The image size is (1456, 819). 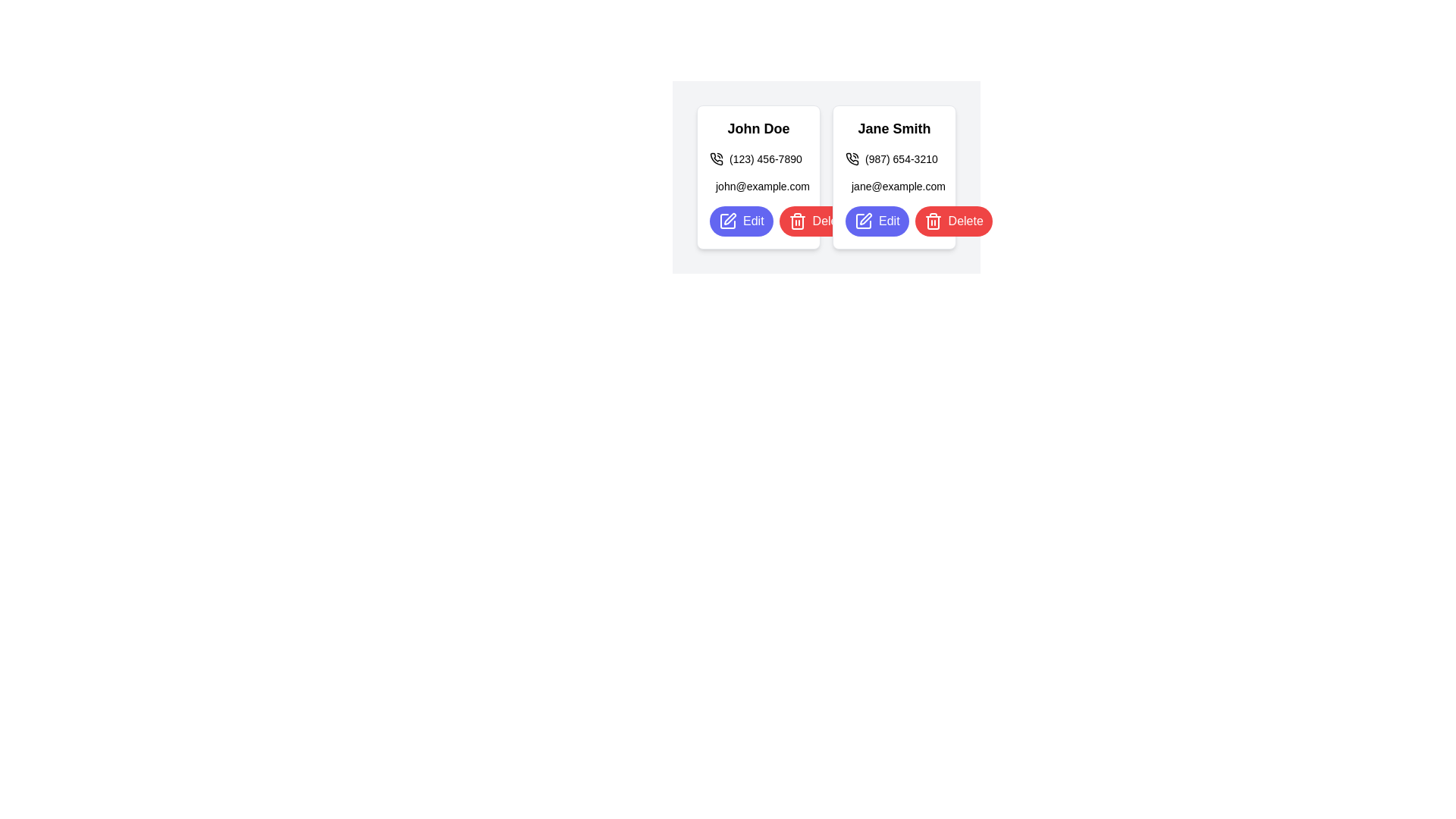 I want to click on the Text Label displaying 'John Doe', which is bold and large, positioned at the top of a card on the left side of a two-card layout, so click(x=758, y=127).